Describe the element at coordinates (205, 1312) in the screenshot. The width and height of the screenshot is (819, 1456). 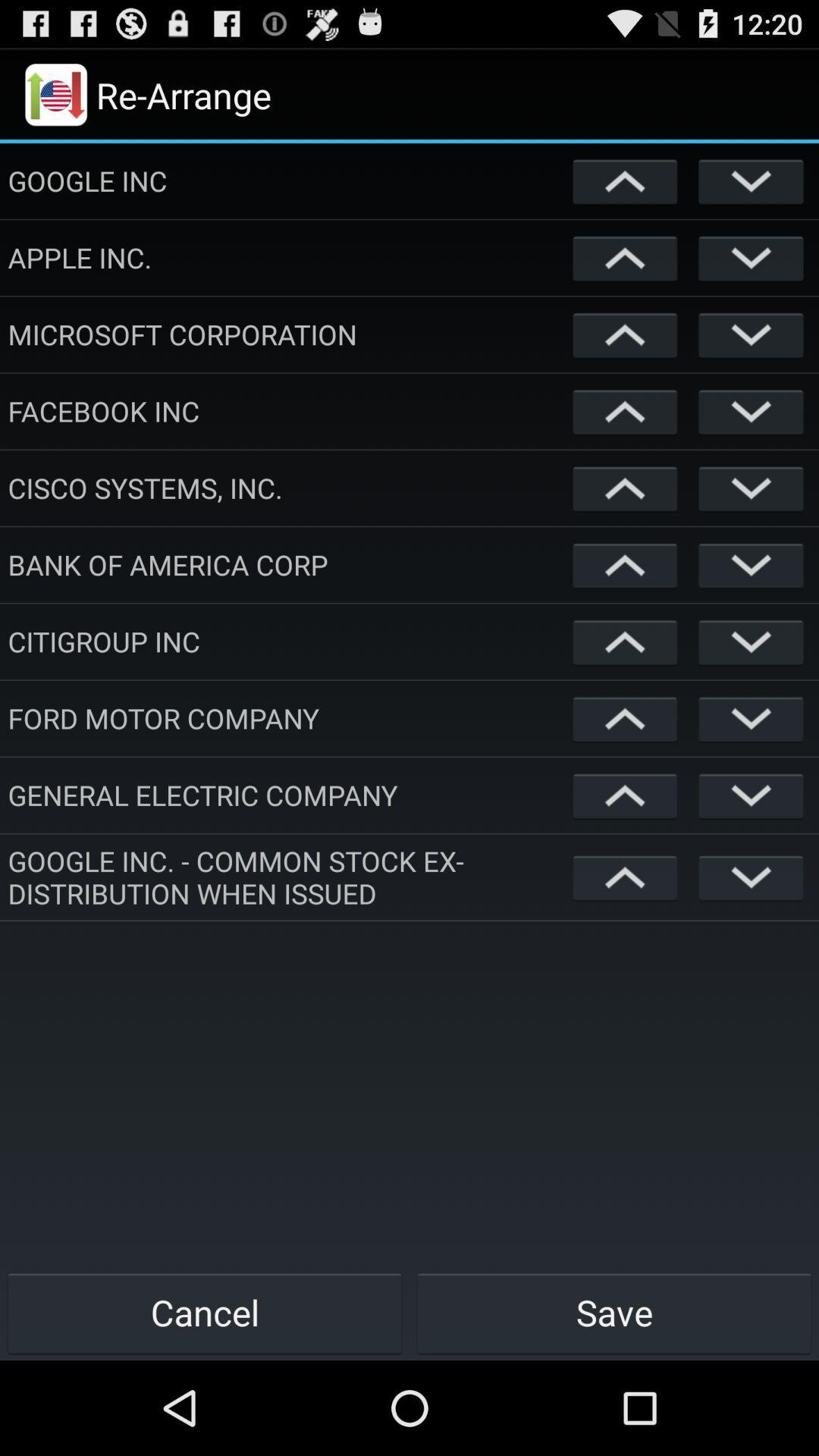
I see `the icon next to the save item` at that location.